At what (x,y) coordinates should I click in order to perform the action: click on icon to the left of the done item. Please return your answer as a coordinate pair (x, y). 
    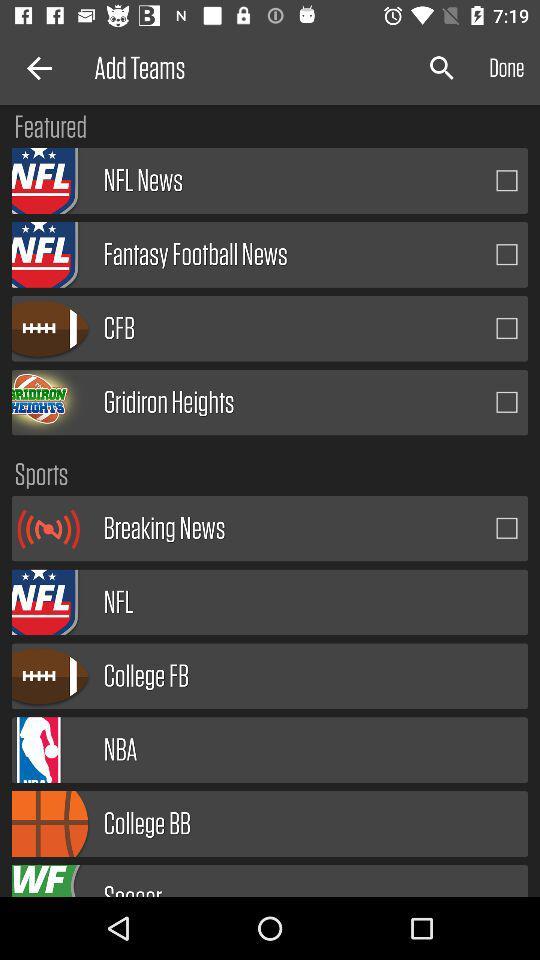
    Looking at the image, I should click on (442, 68).